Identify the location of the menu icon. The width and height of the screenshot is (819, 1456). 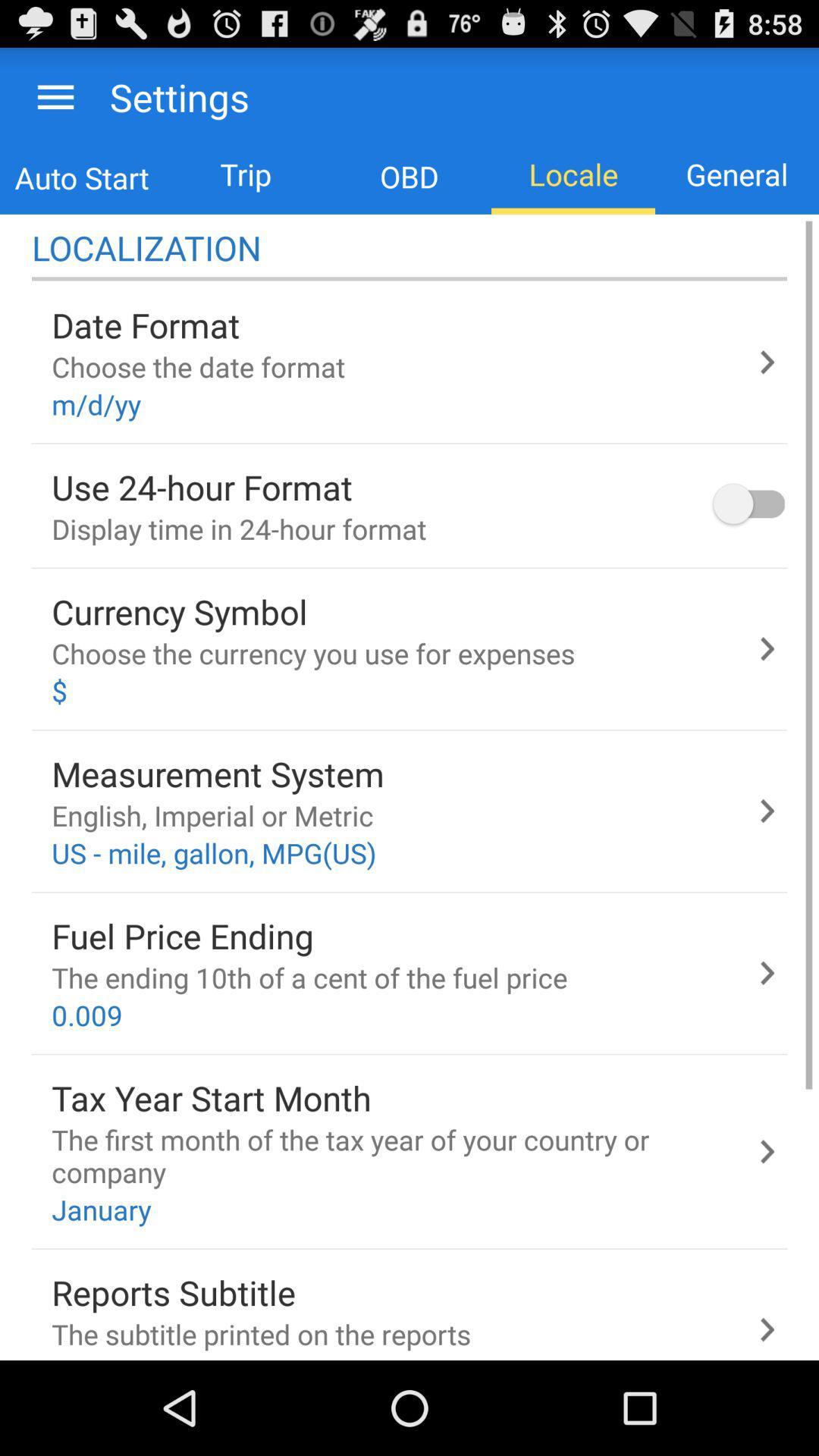
(55, 103).